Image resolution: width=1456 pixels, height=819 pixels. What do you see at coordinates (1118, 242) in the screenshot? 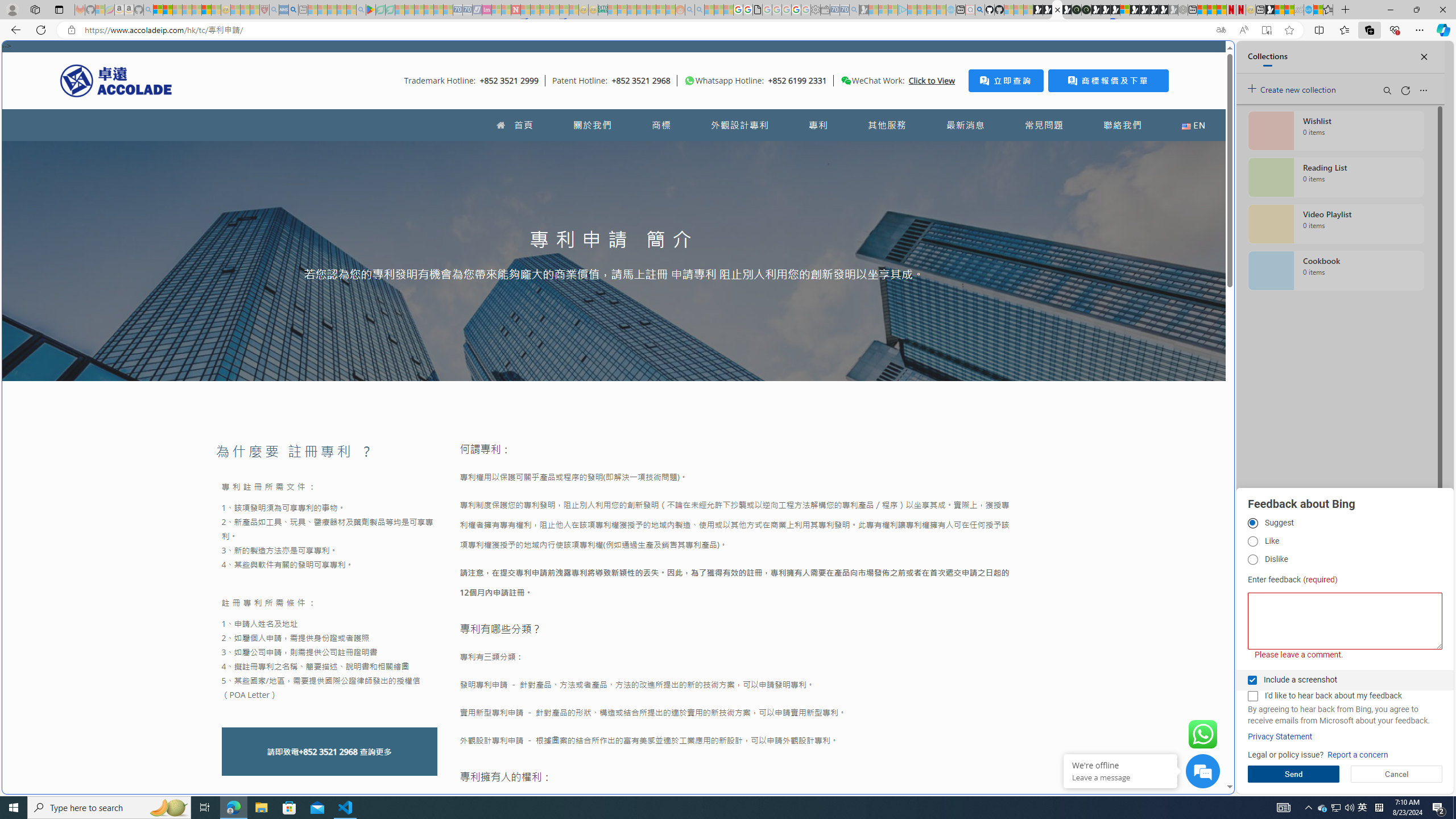
I see `'Home | Sky Blue Bikes - Sky Blue Bikes'` at bounding box center [1118, 242].